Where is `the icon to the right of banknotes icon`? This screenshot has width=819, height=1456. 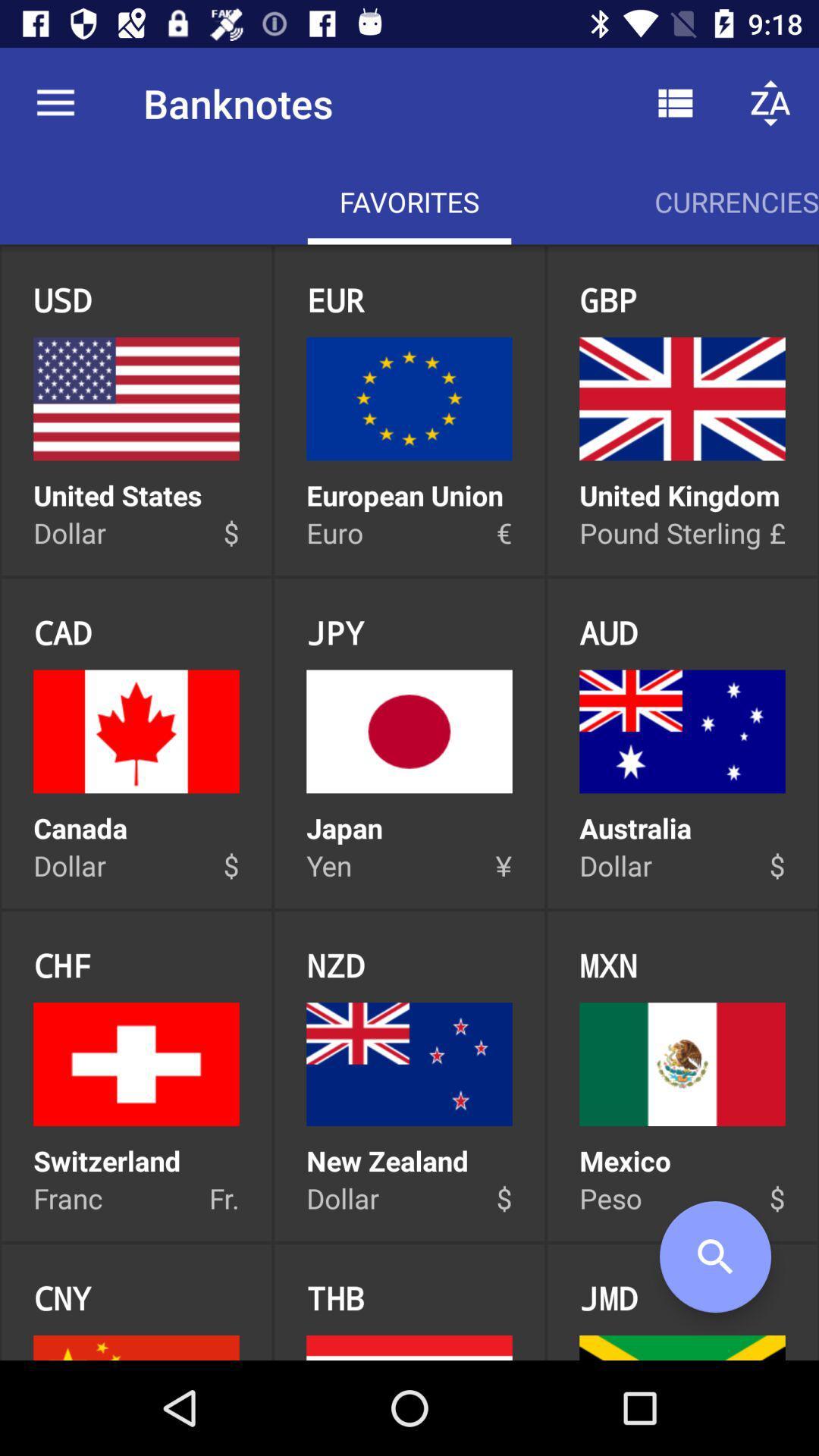 the icon to the right of banknotes icon is located at coordinates (675, 102).